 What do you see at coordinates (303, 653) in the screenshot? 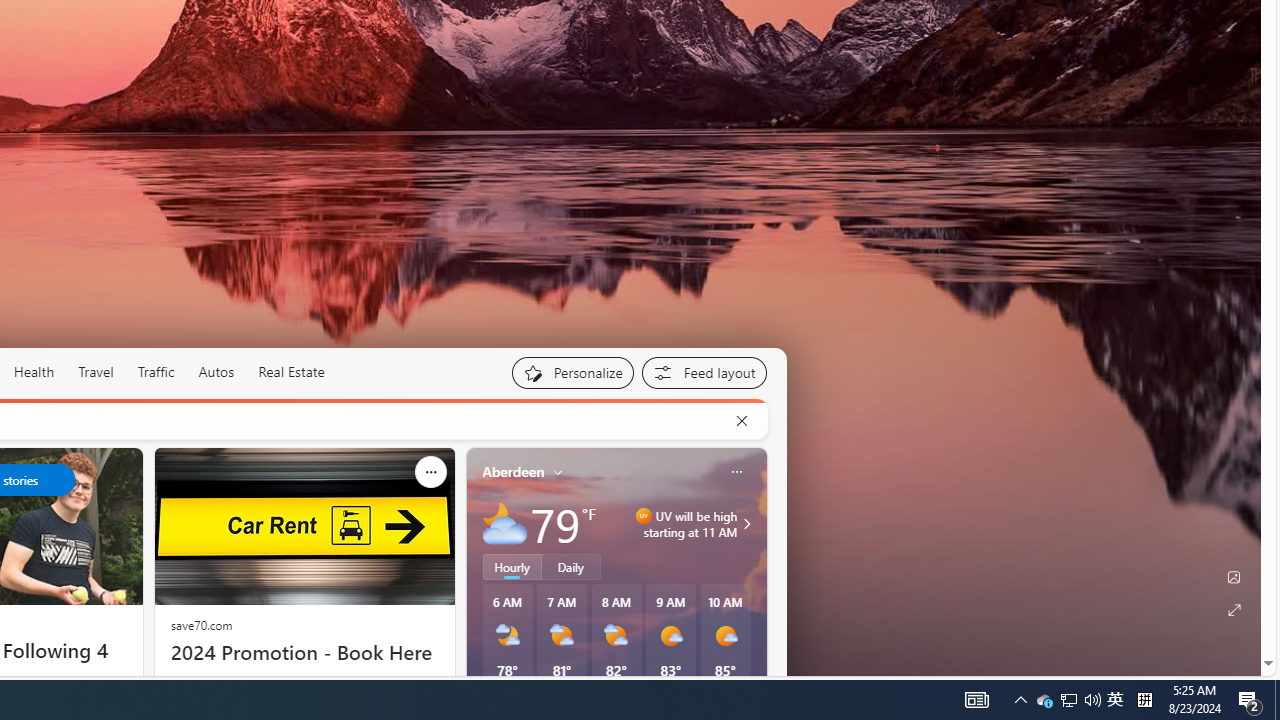
I see `'2024 Promotion - Book Here'` at bounding box center [303, 653].